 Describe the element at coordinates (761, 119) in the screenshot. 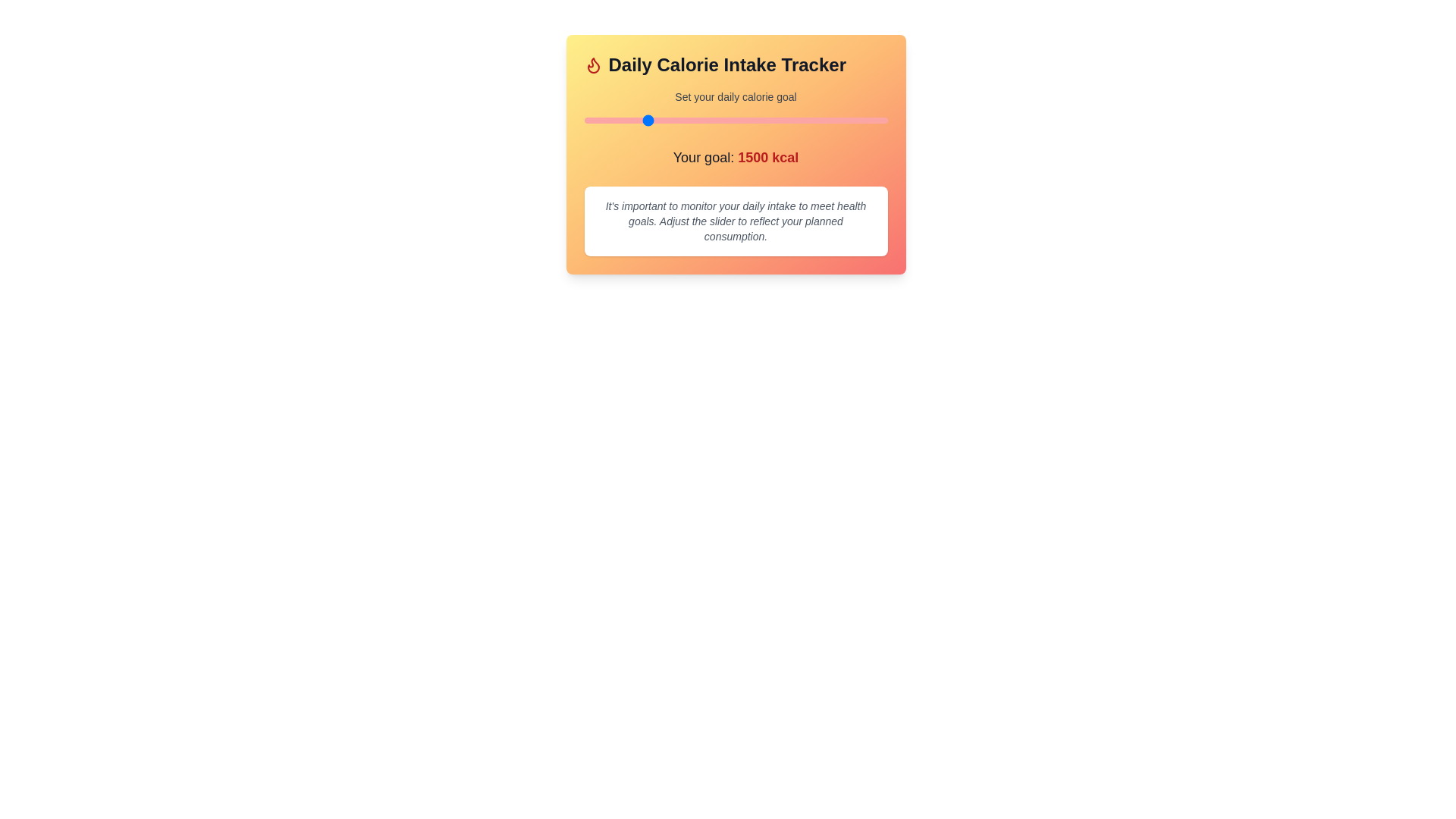

I see `the calorie goal slider to a value of 2464` at that location.